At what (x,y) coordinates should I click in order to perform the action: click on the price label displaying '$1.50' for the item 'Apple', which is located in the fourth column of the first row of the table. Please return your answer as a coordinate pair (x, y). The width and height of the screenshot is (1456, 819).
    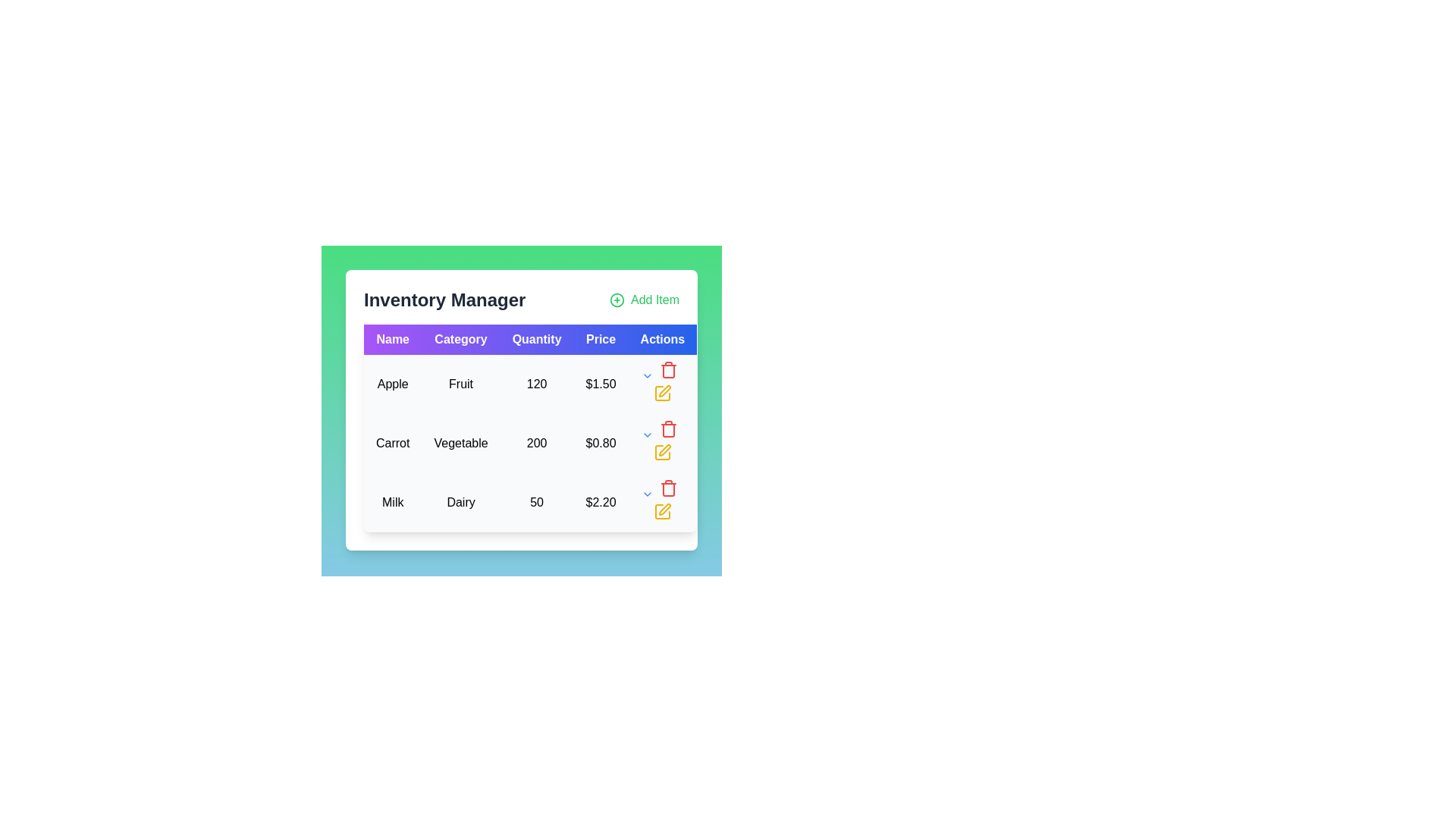
    Looking at the image, I should click on (600, 383).